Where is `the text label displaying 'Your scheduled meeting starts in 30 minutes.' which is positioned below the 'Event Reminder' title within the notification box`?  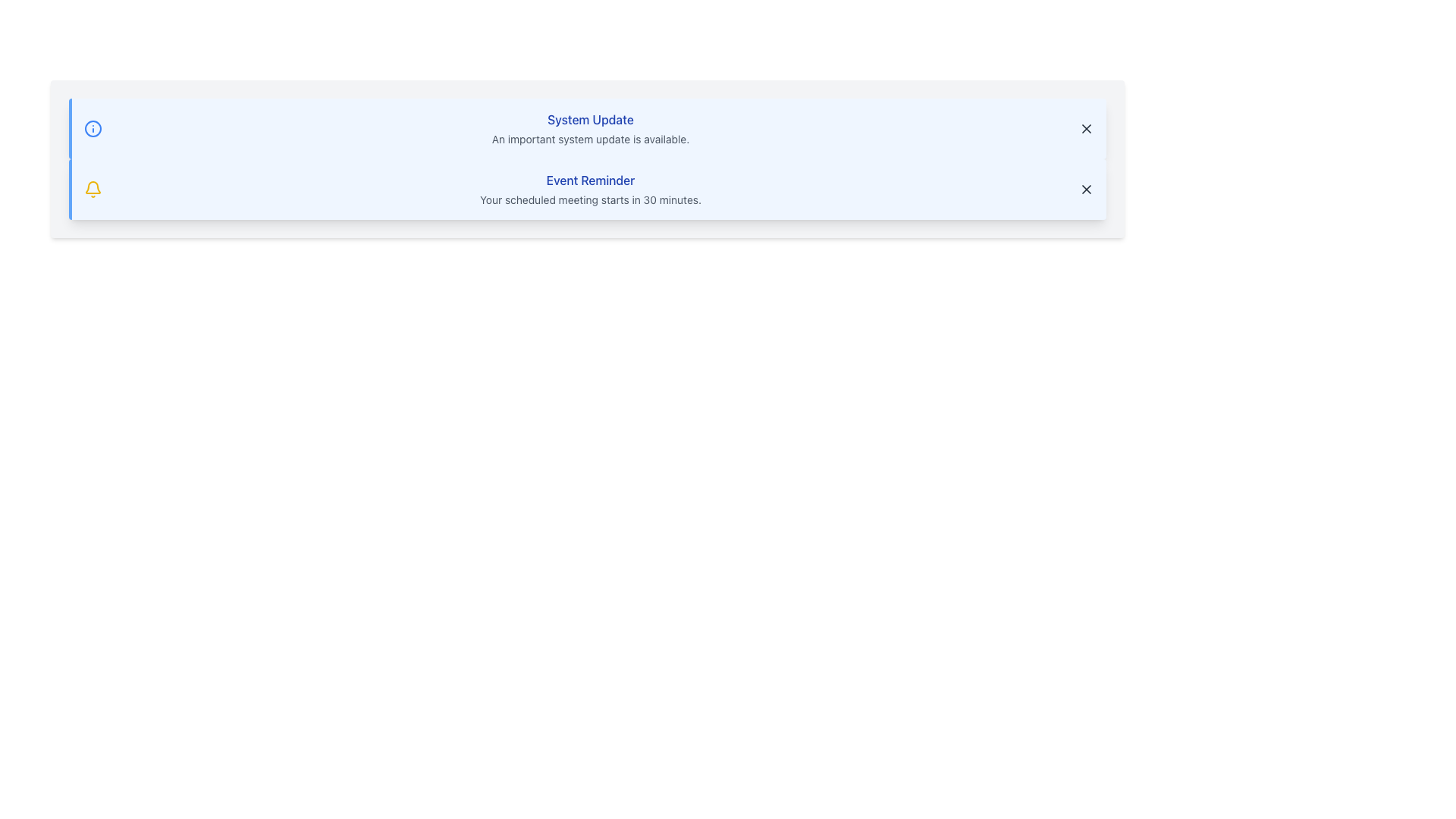
the text label displaying 'Your scheduled meeting starts in 30 minutes.' which is positioned below the 'Event Reminder' title within the notification box is located at coordinates (589, 199).